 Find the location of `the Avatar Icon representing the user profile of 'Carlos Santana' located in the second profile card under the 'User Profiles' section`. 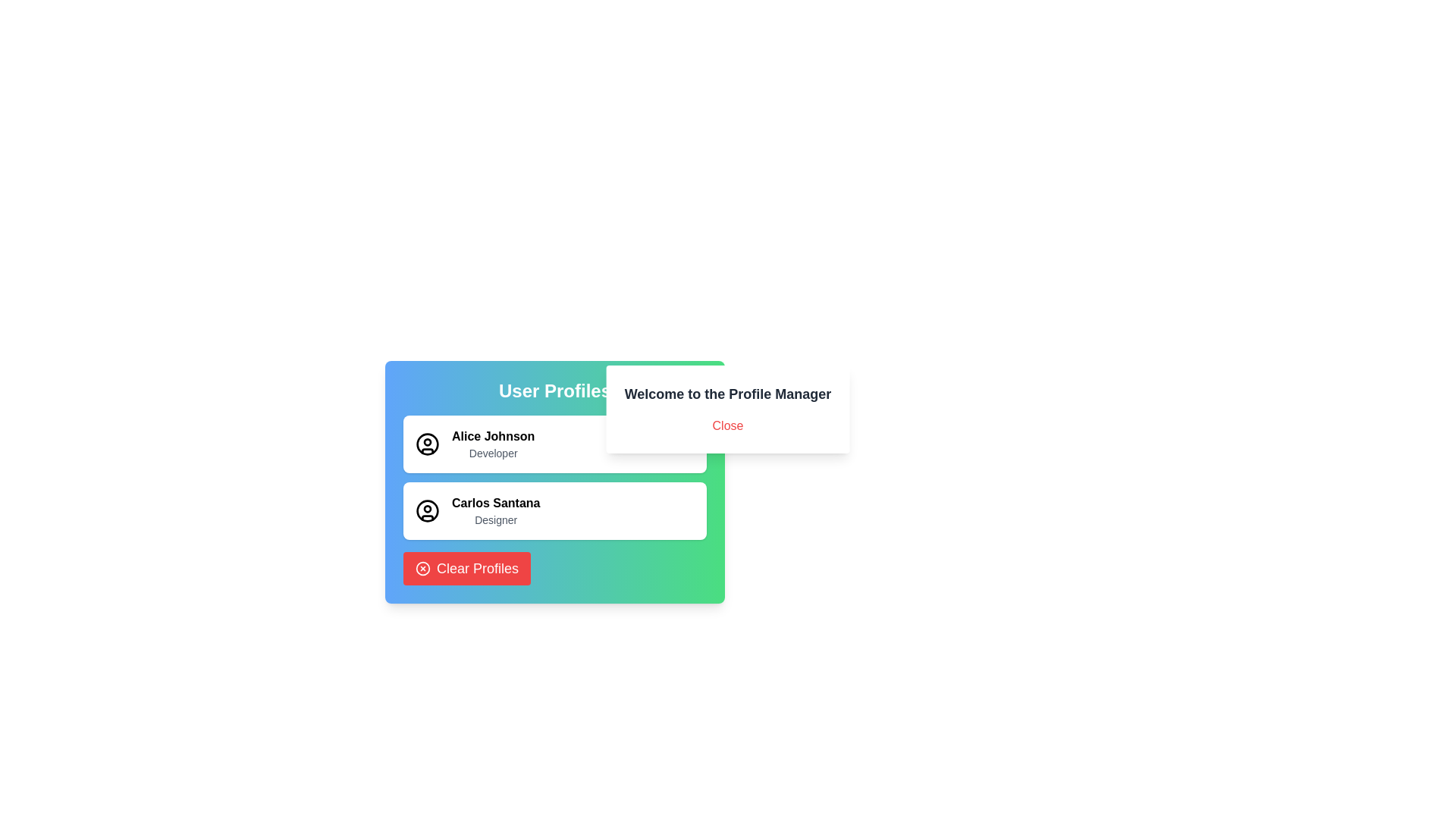

the Avatar Icon representing the user profile of 'Carlos Santana' located in the second profile card under the 'User Profiles' section is located at coordinates (427, 511).